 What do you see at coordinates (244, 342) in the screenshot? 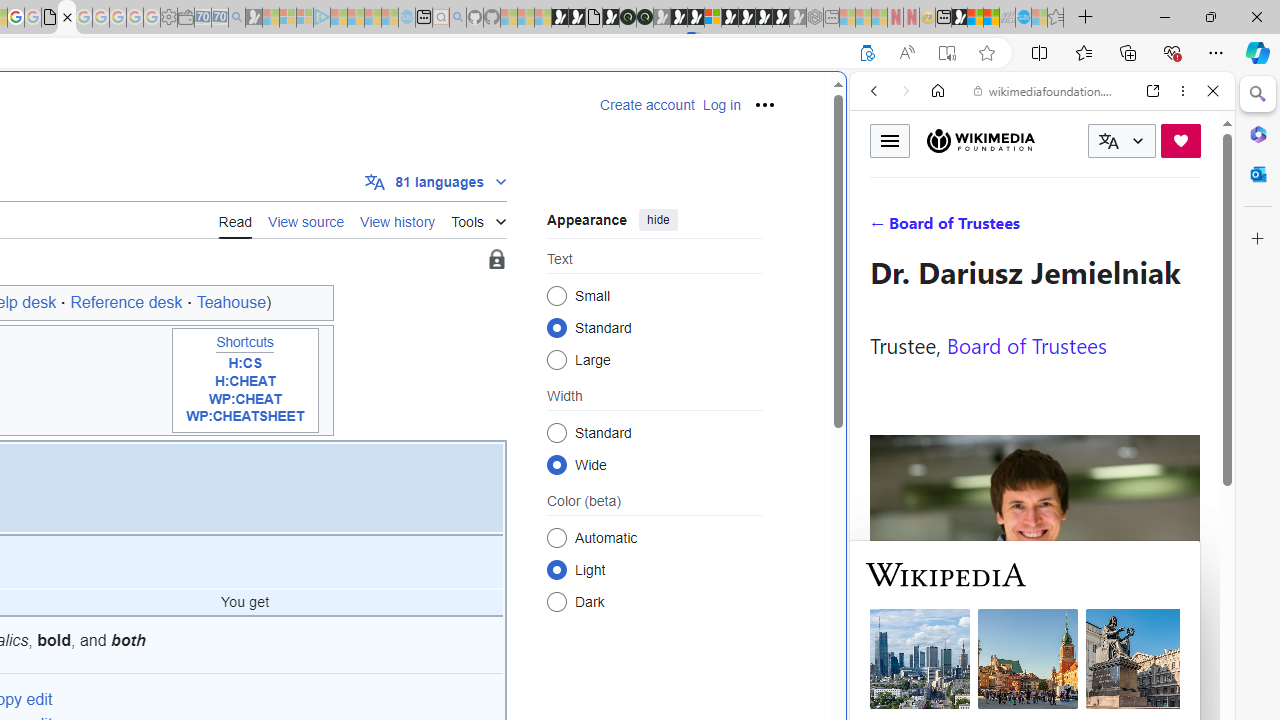
I see `'Shortcuts'` at bounding box center [244, 342].